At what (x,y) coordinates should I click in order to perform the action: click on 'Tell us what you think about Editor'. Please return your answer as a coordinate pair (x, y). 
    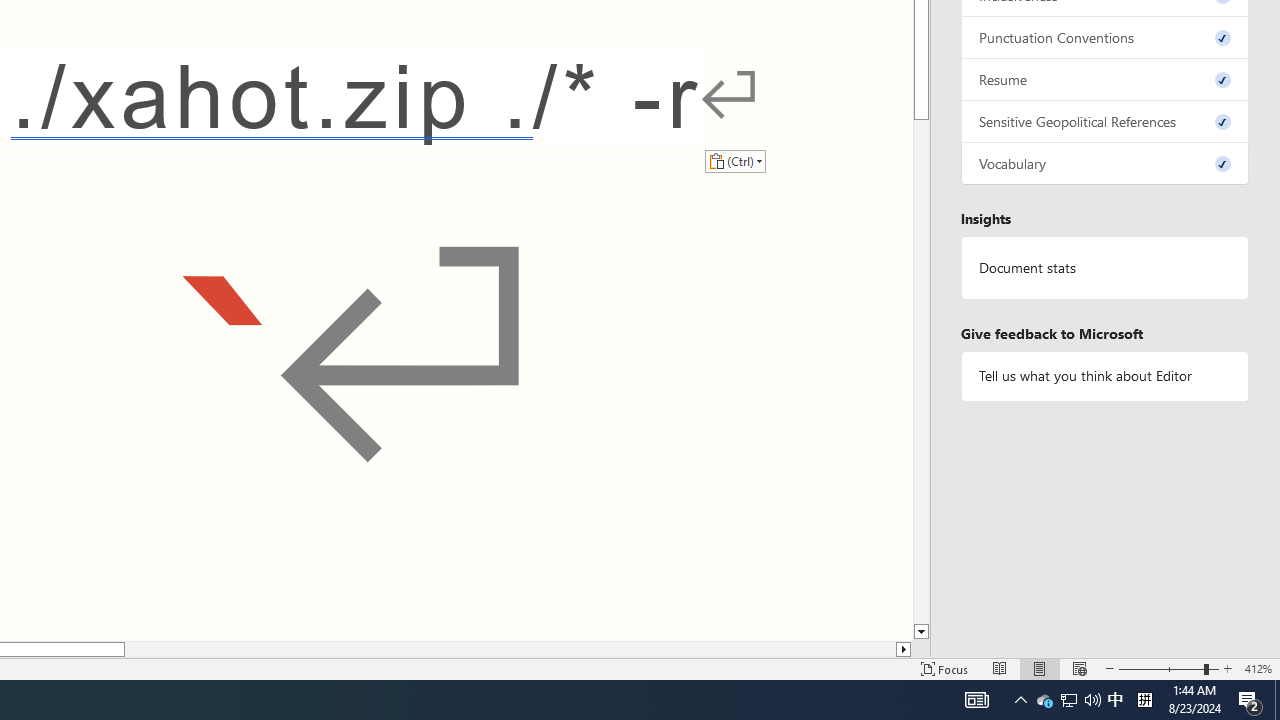
    Looking at the image, I should click on (1104, 376).